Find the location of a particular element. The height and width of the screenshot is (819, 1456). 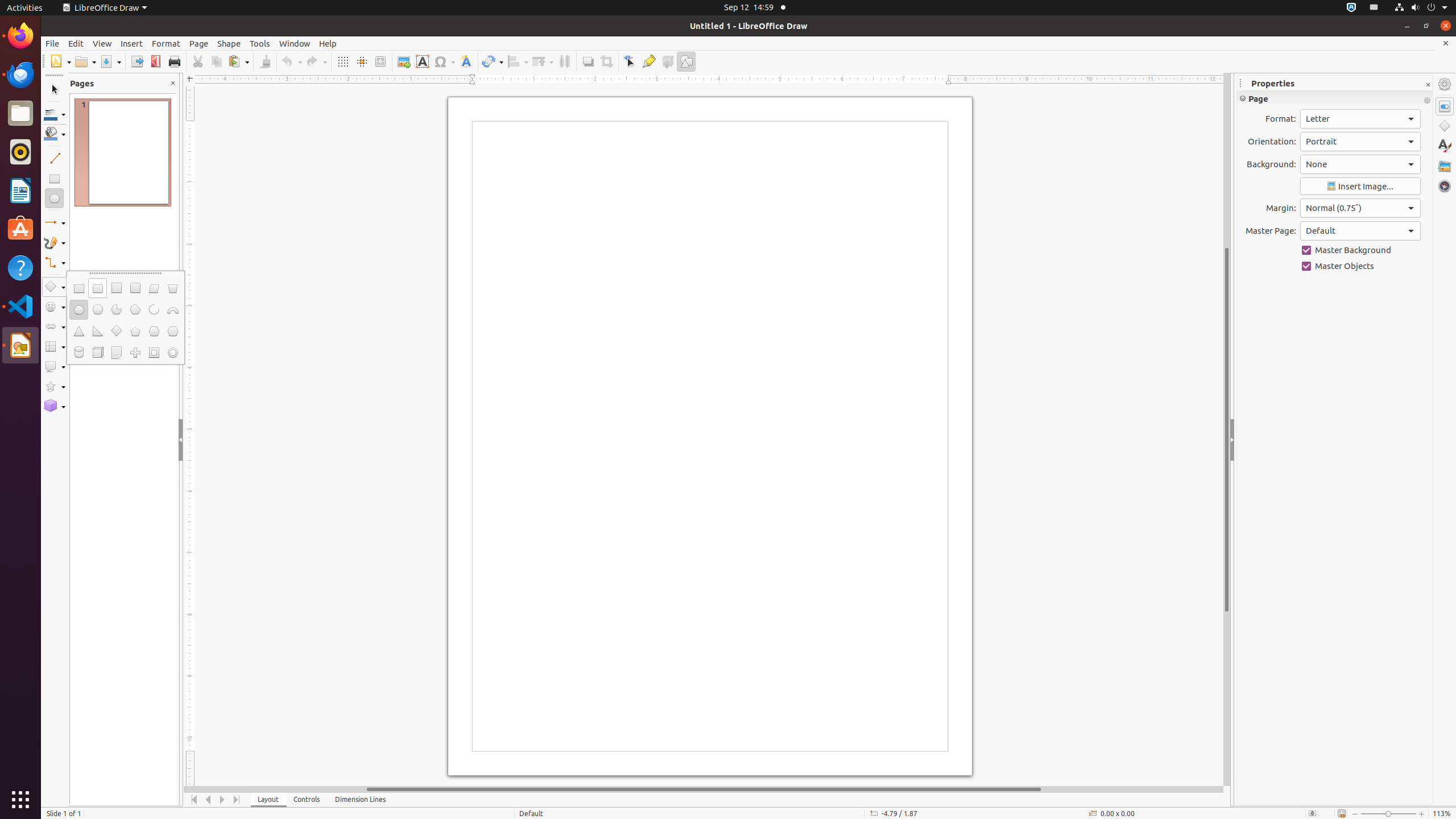

'Cut' is located at coordinates (197, 61).